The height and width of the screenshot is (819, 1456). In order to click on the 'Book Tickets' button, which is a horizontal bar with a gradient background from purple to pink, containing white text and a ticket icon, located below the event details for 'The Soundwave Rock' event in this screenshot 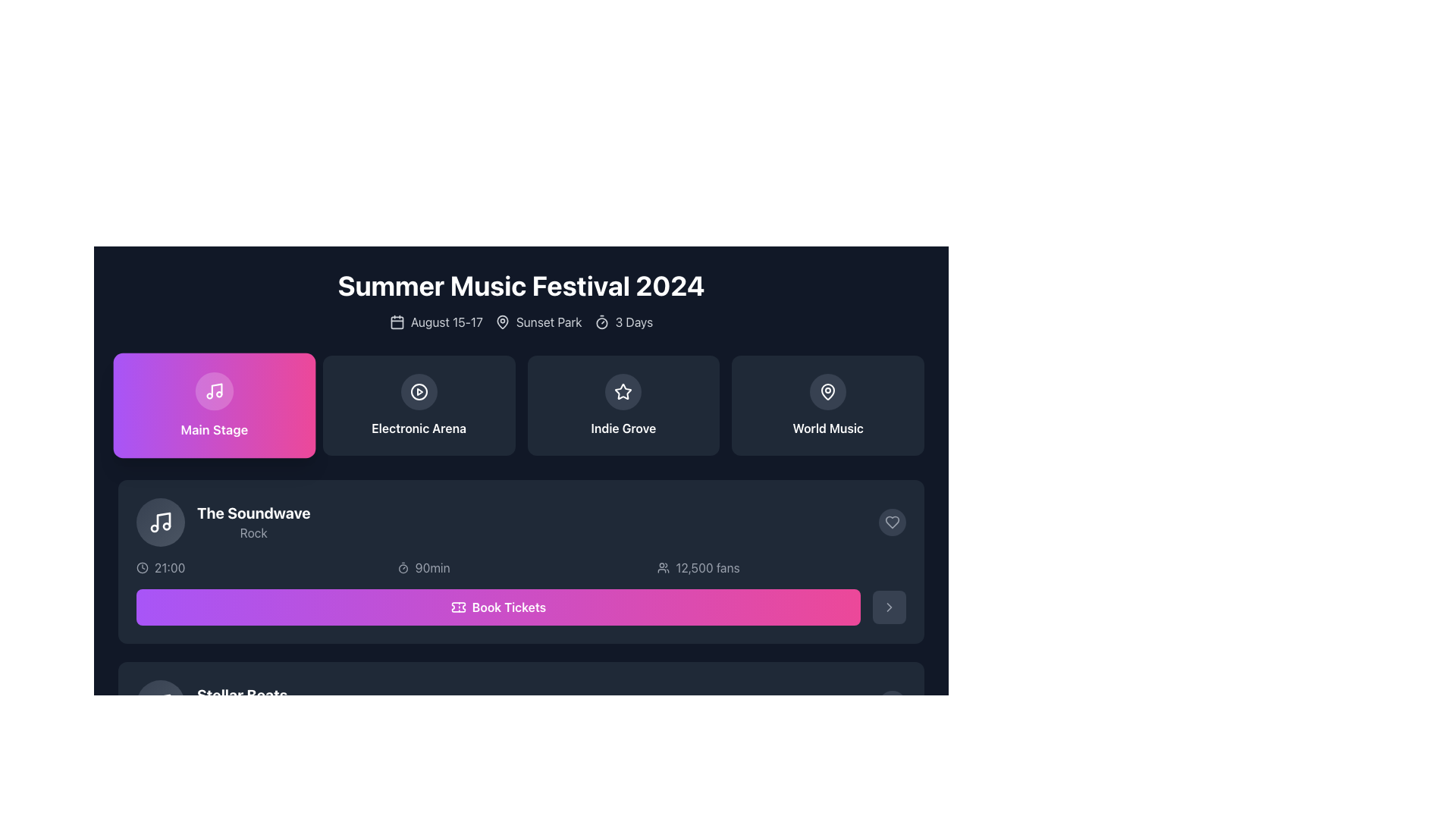, I will do `click(521, 607)`.